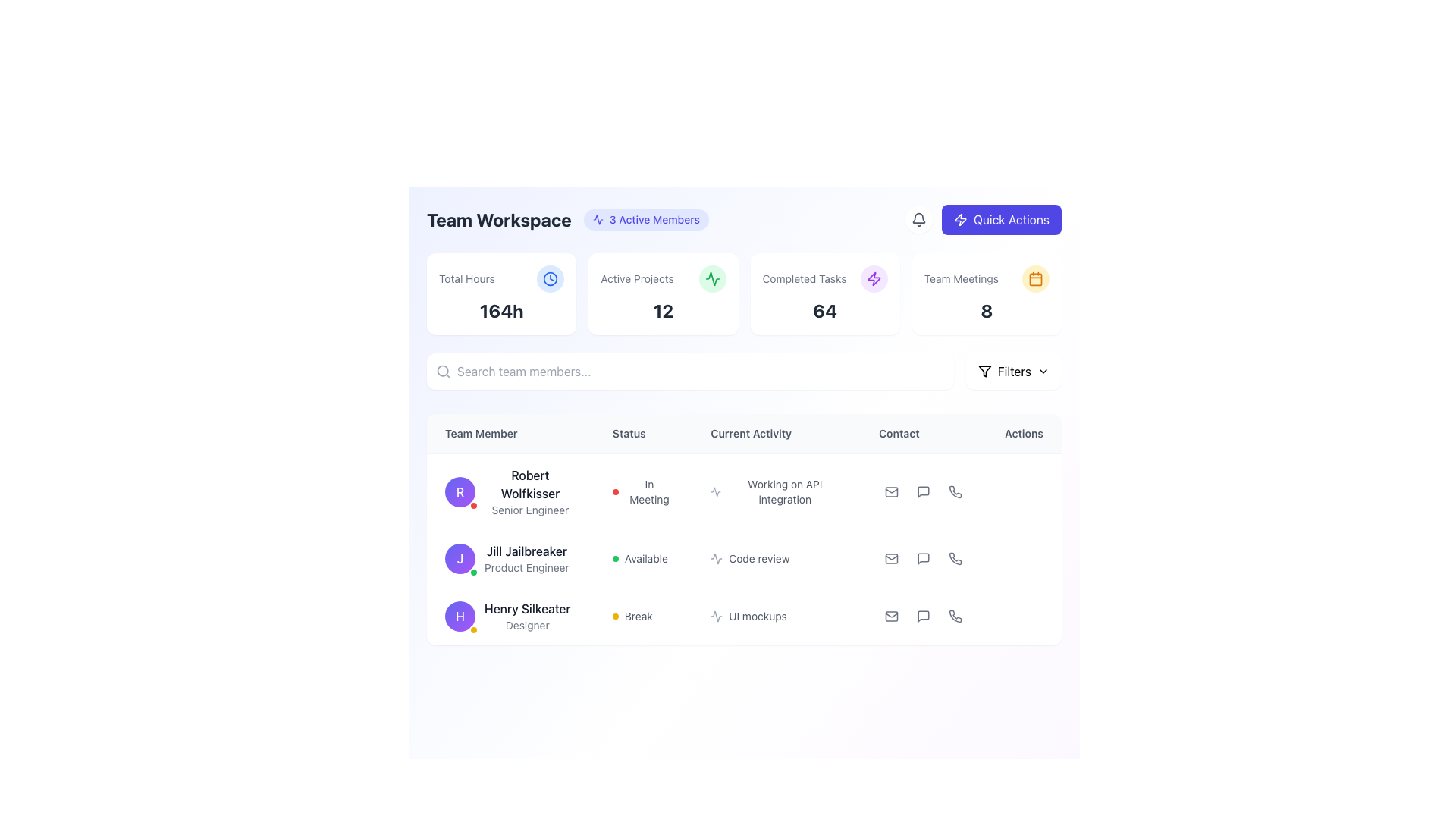 Image resolution: width=1456 pixels, height=819 pixels. I want to click on the search icon representation located to the left of the 'Search team members...' input field, so click(443, 371).